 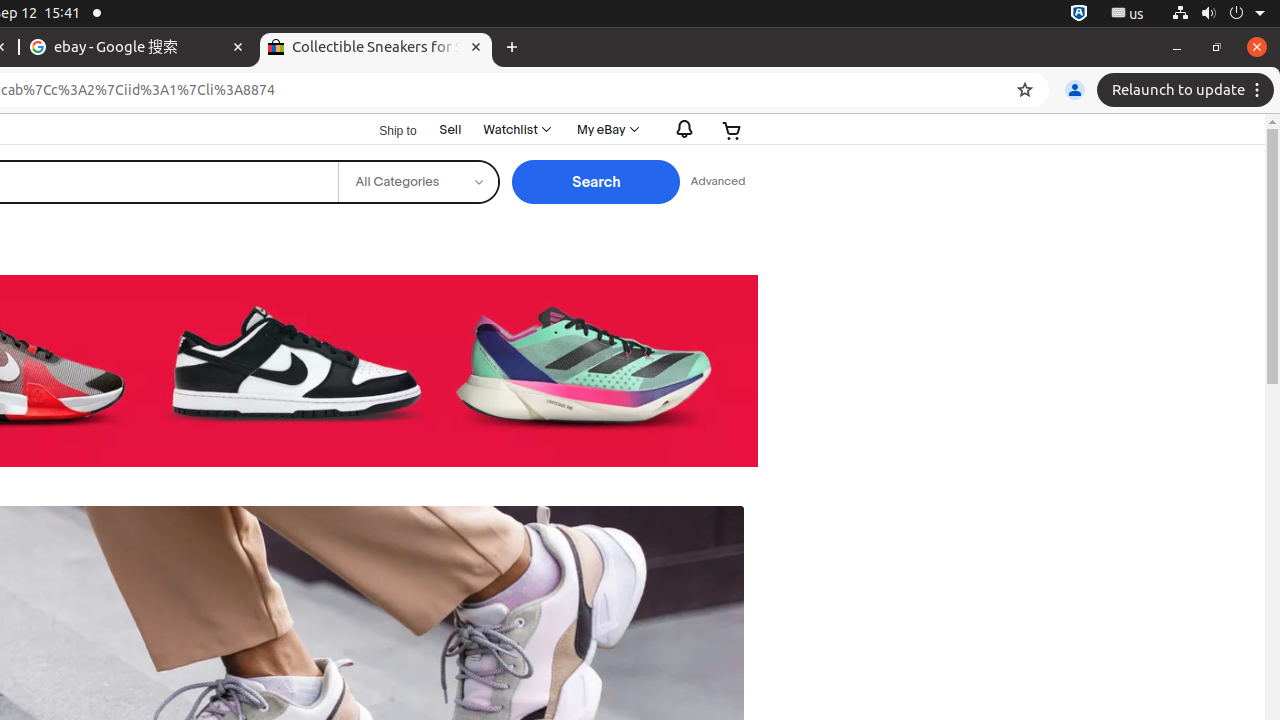 I want to click on 'New Tab', so click(x=512, y=46).